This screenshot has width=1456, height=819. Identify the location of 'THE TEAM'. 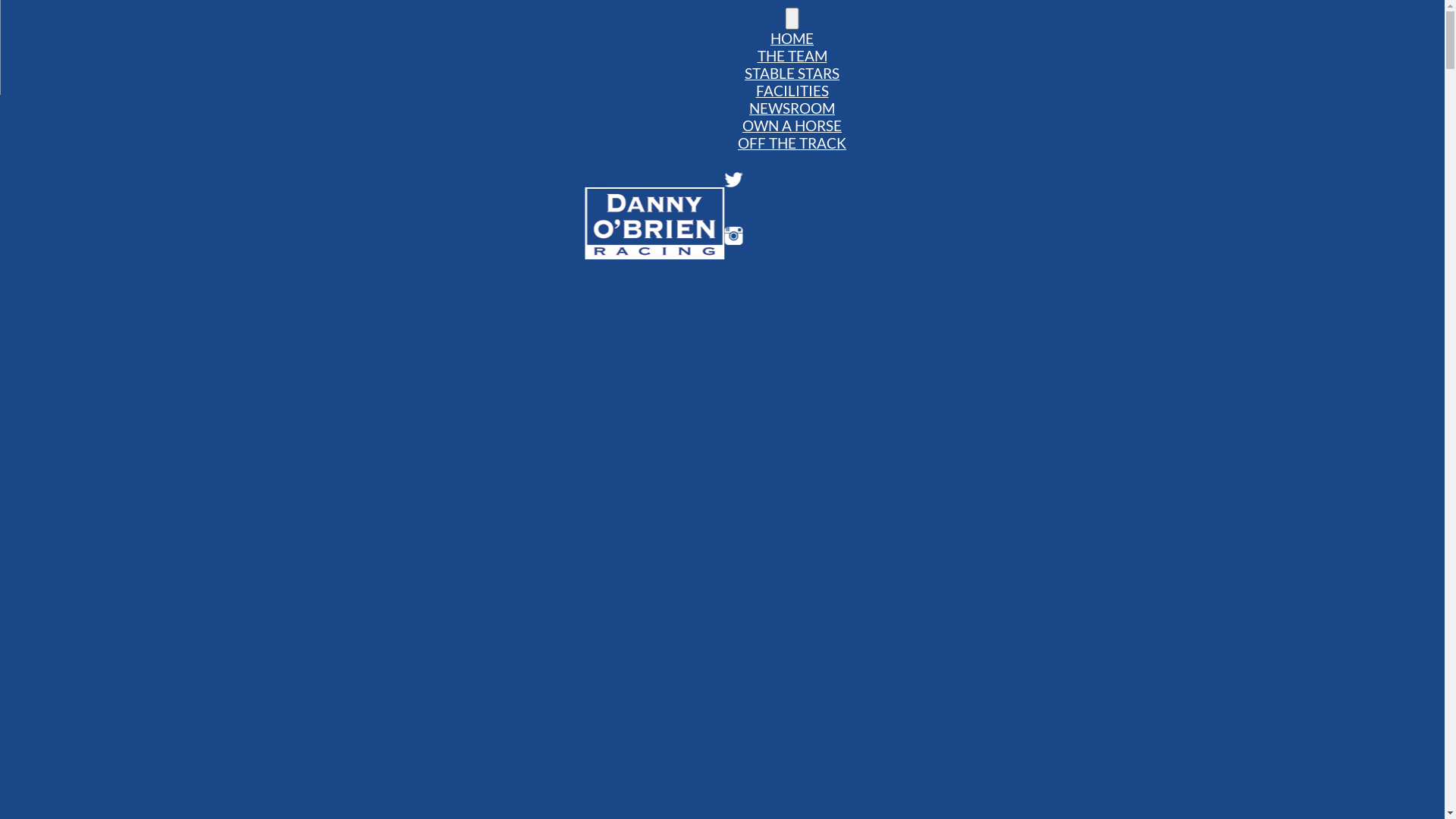
(790, 55).